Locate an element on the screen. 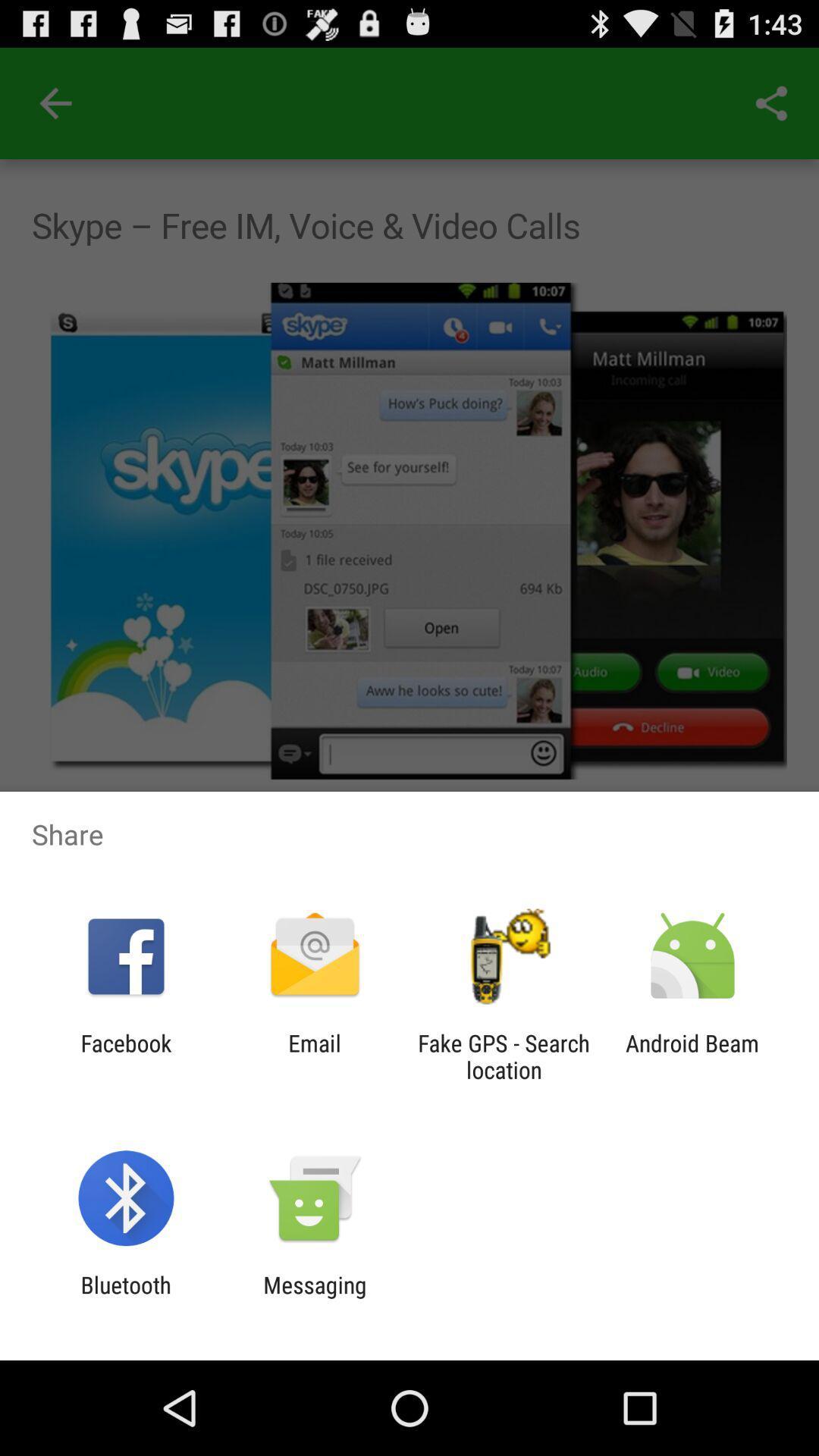 Image resolution: width=819 pixels, height=1456 pixels. item at the bottom right corner is located at coordinates (692, 1056).